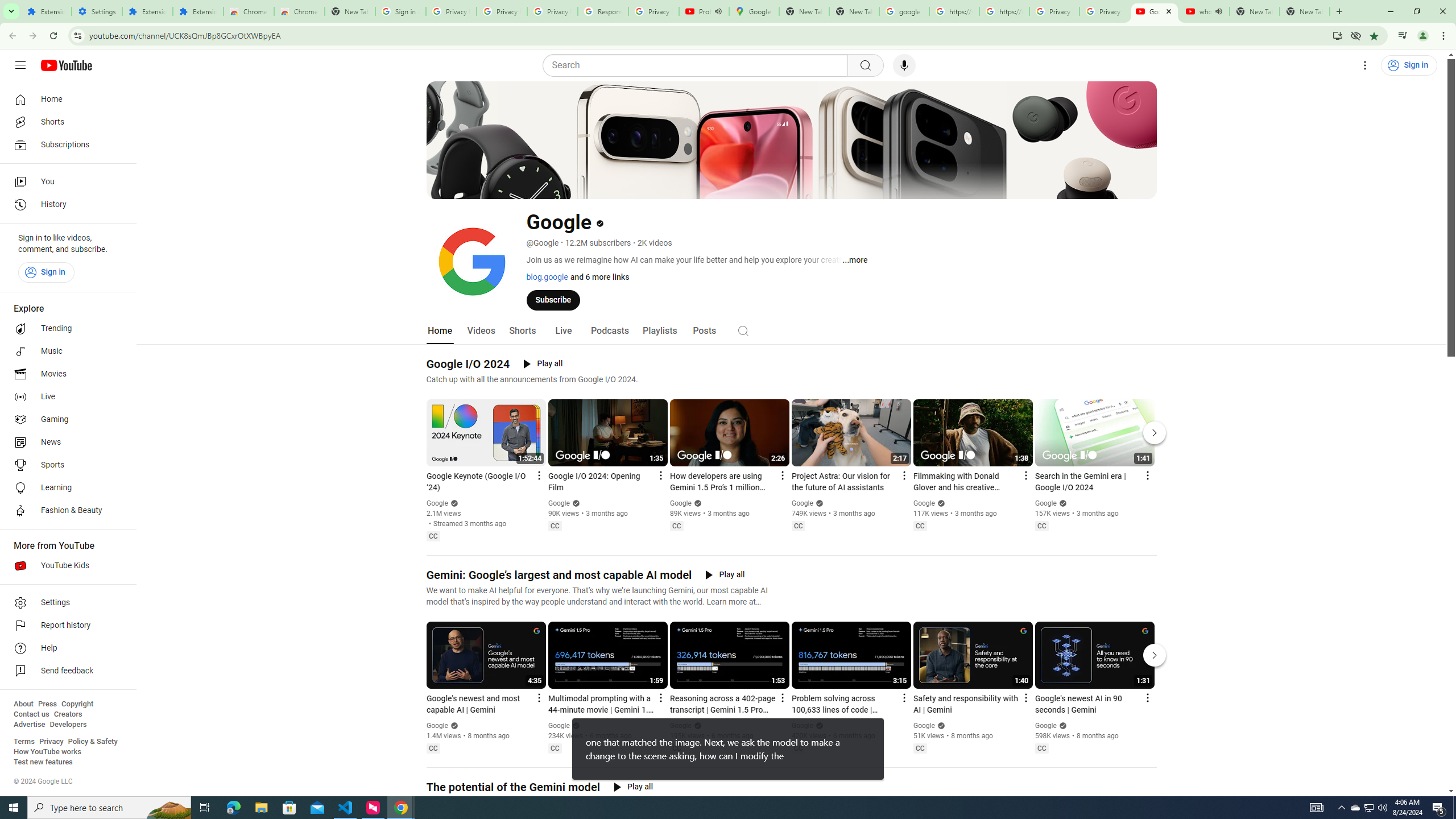 This screenshot has width=1456, height=819. Describe the element at coordinates (42, 761) in the screenshot. I see `'Test new features'` at that location.